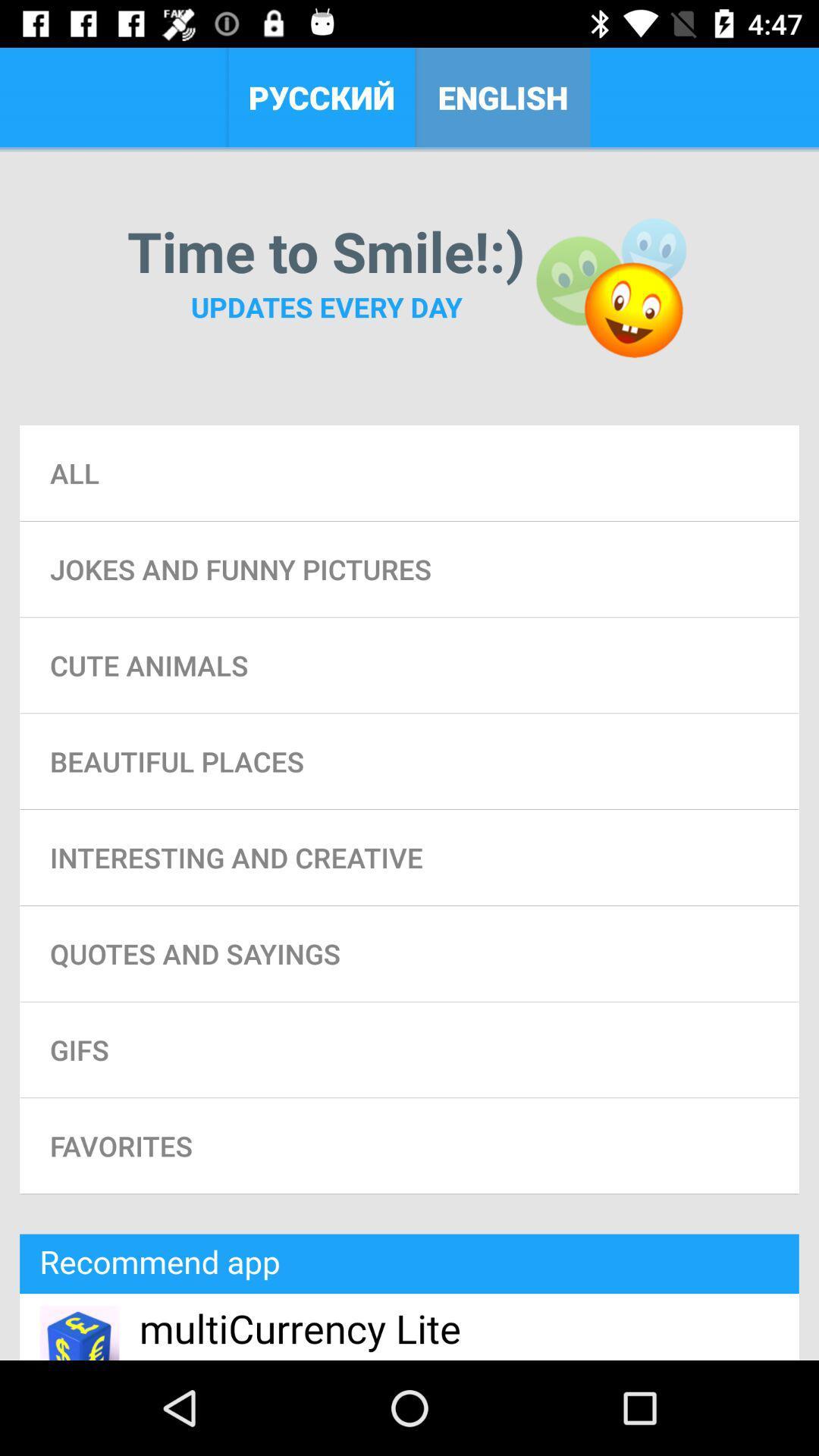 The image size is (819, 1456). What do you see at coordinates (409, 1146) in the screenshot?
I see `the favorites` at bounding box center [409, 1146].